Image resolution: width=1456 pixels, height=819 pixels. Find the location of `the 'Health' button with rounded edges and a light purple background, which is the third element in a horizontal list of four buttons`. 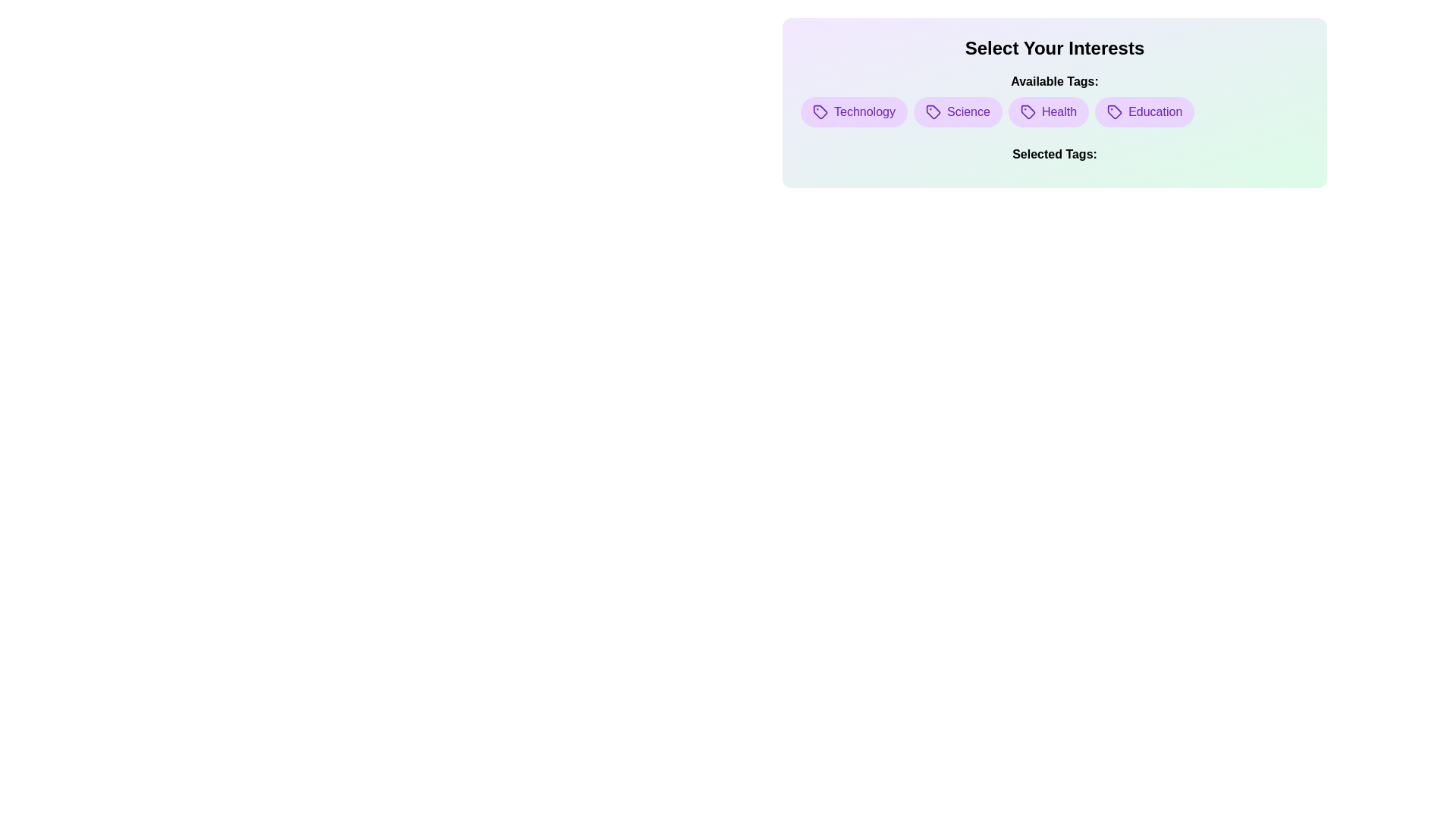

the 'Health' button with rounded edges and a light purple background, which is the third element in a horizontal list of four buttons is located at coordinates (1047, 111).